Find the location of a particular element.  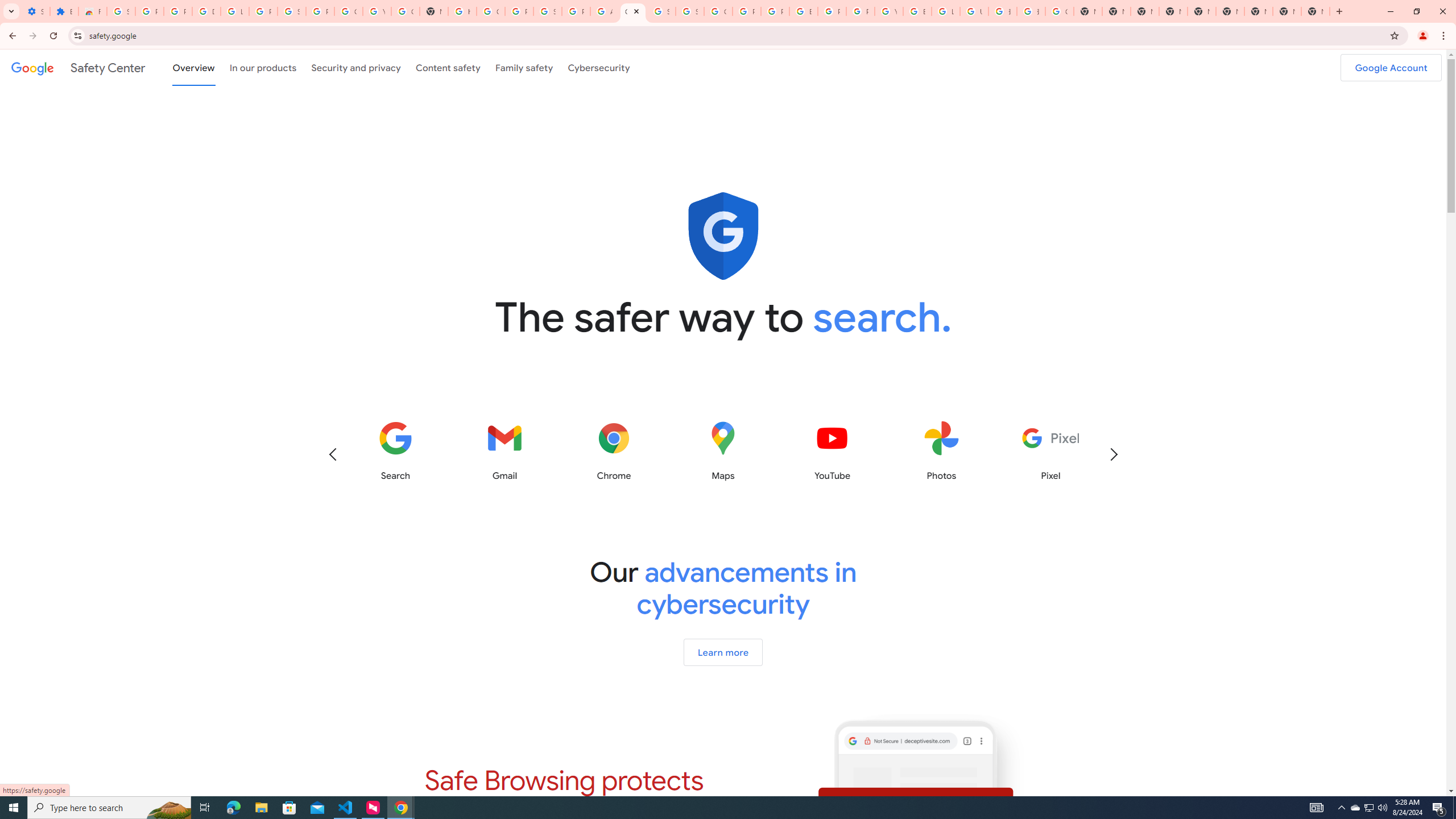

'Google Account' is located at coordinates (1391, 67).